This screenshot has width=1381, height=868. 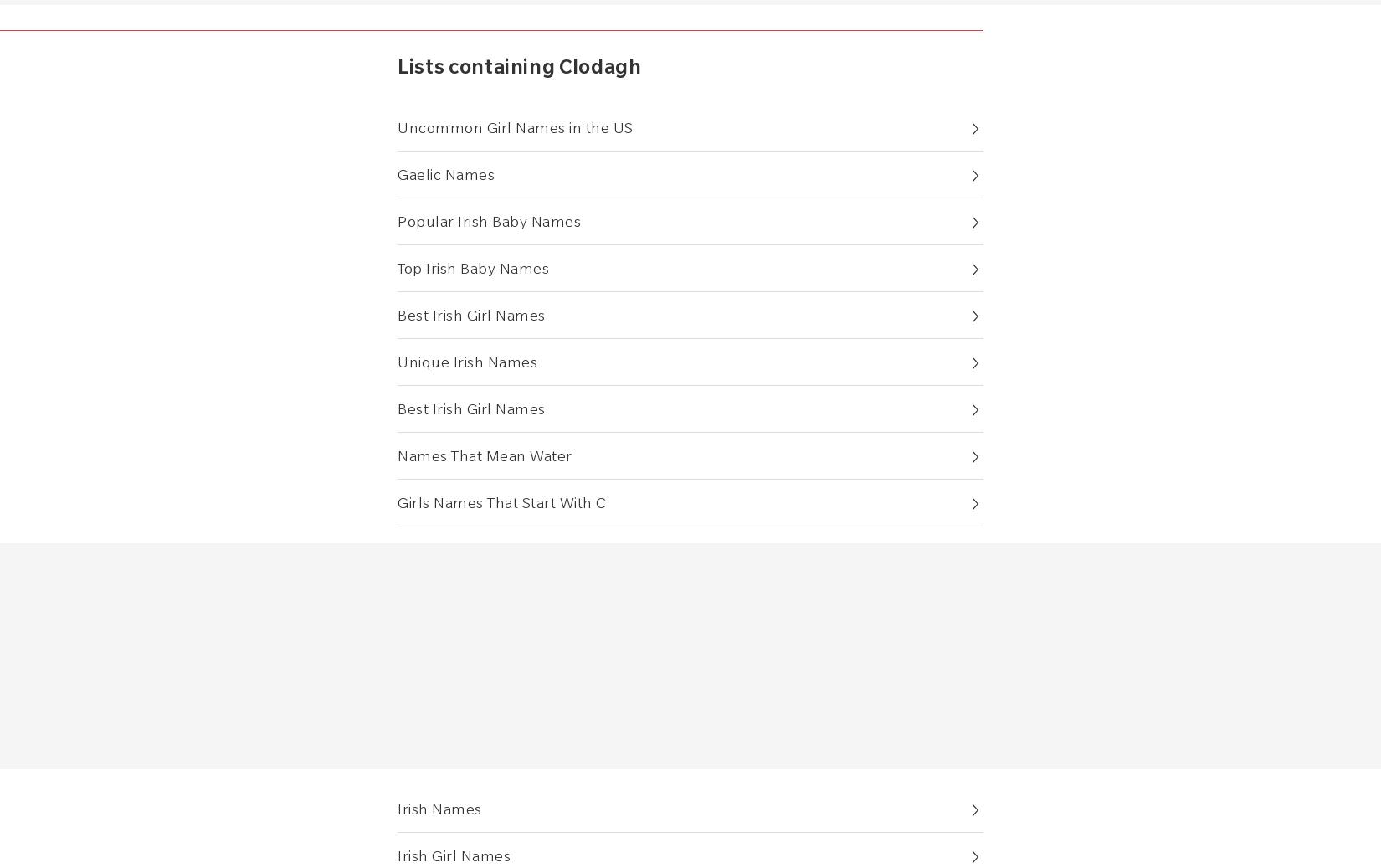 I want to click on 'Popular Irish Baby Names', so click(x=488, y=219).